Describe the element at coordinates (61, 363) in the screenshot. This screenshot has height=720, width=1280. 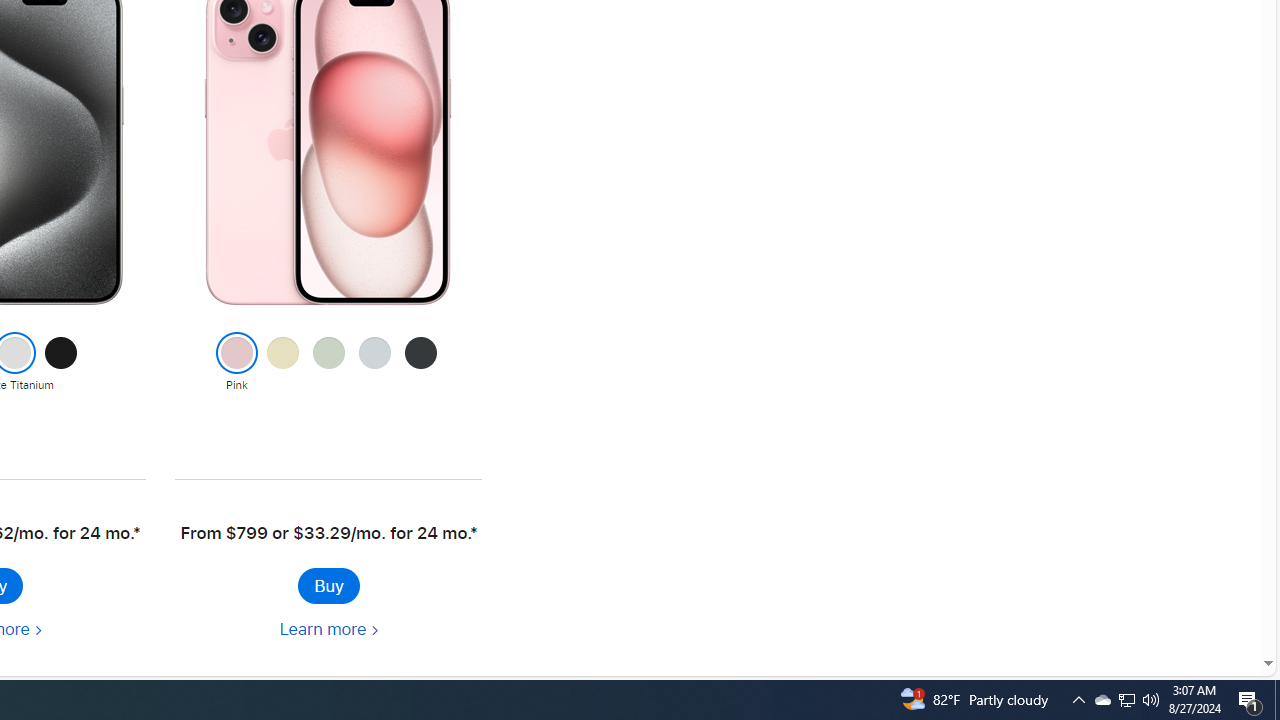
I see `'Black Titanium'` at that location.